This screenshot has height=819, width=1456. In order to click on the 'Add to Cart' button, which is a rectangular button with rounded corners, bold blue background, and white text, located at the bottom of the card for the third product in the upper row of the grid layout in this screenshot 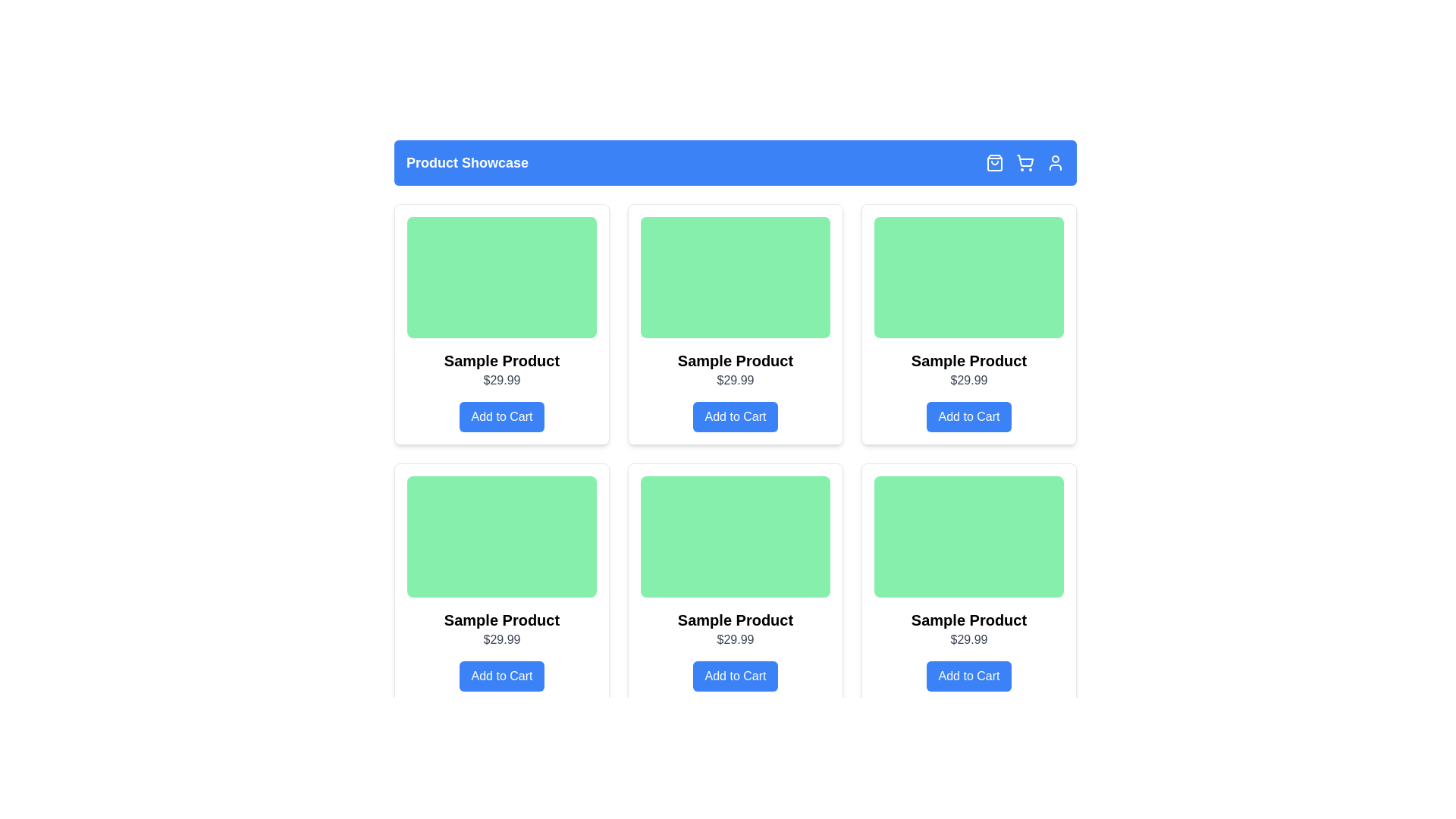, I will do `click(968, 417)`.